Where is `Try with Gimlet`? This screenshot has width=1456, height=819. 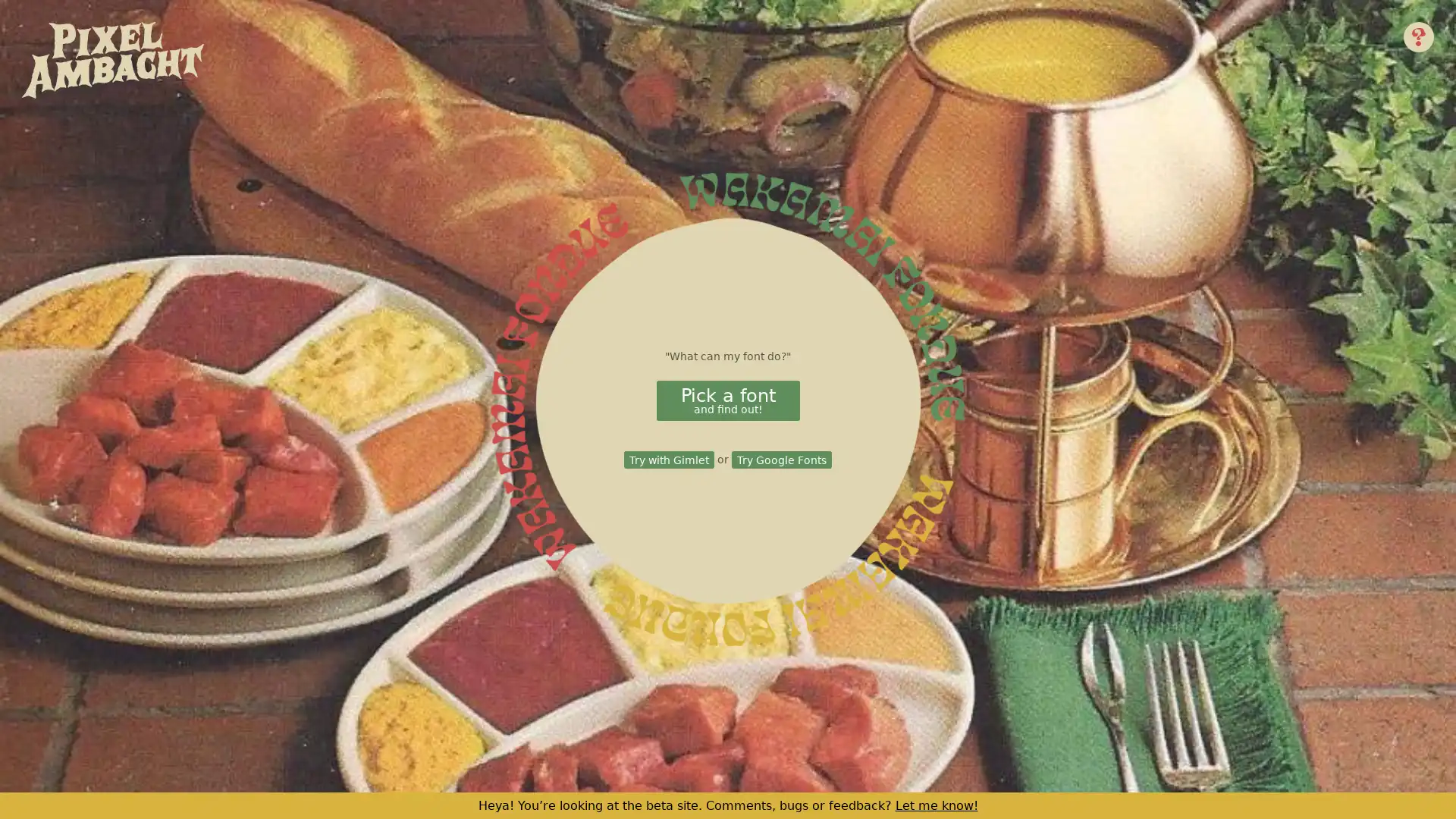
Try with Gimlet is located at coordinates (668, 459).